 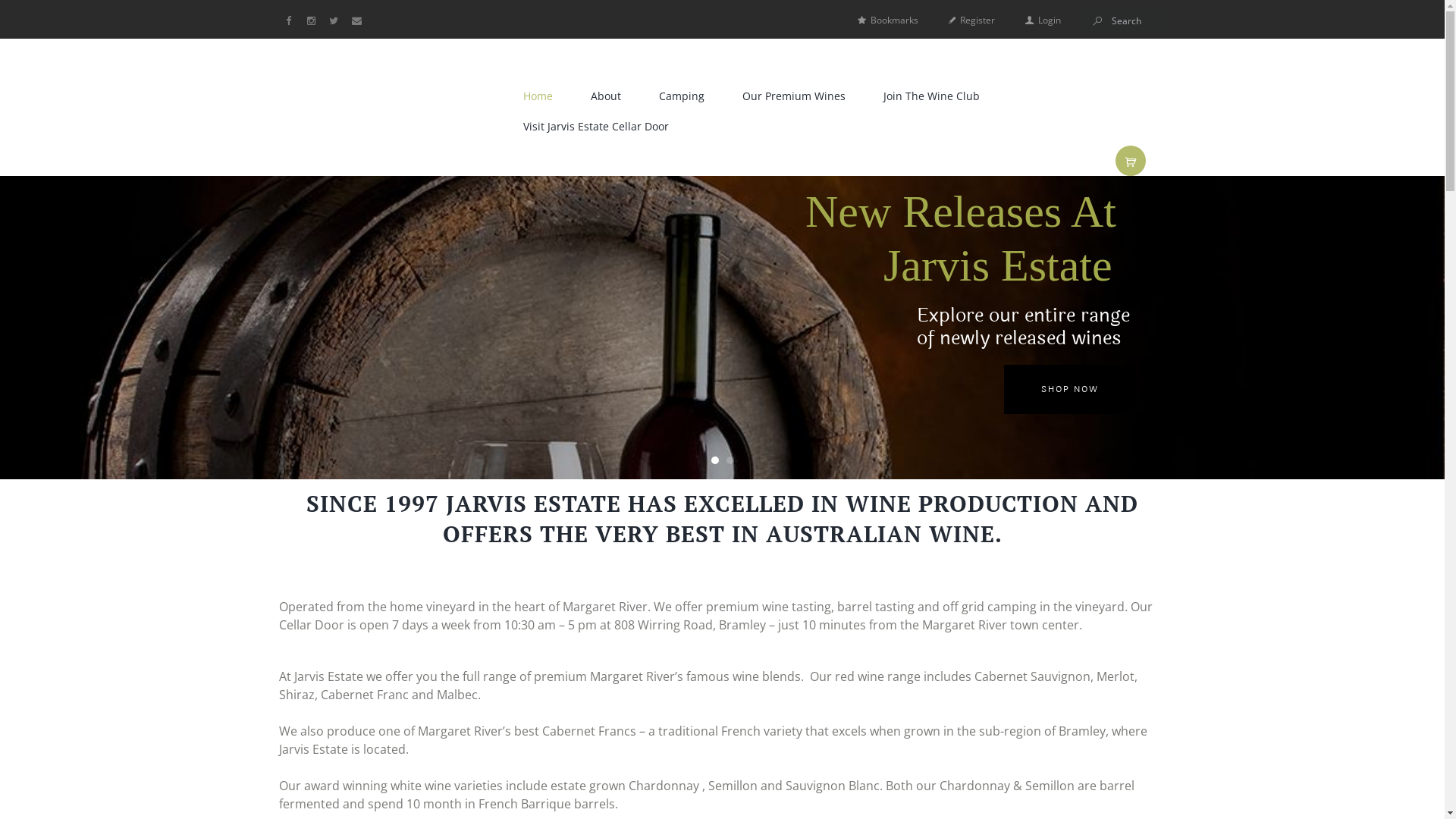 I want to click on 'Join The Wine Club', so click(x=930, y=95).